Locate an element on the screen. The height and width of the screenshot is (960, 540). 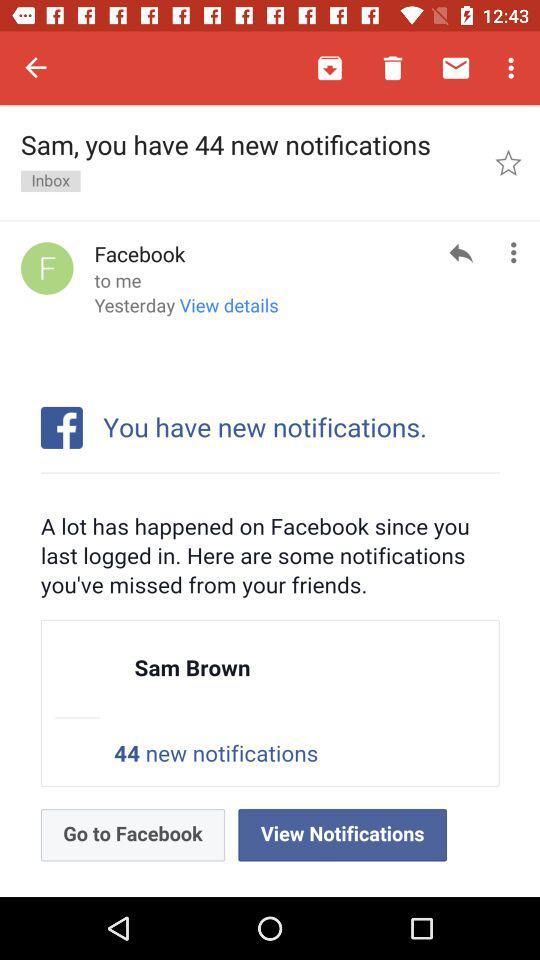
the reply icon is located at coordinates (461, 251).